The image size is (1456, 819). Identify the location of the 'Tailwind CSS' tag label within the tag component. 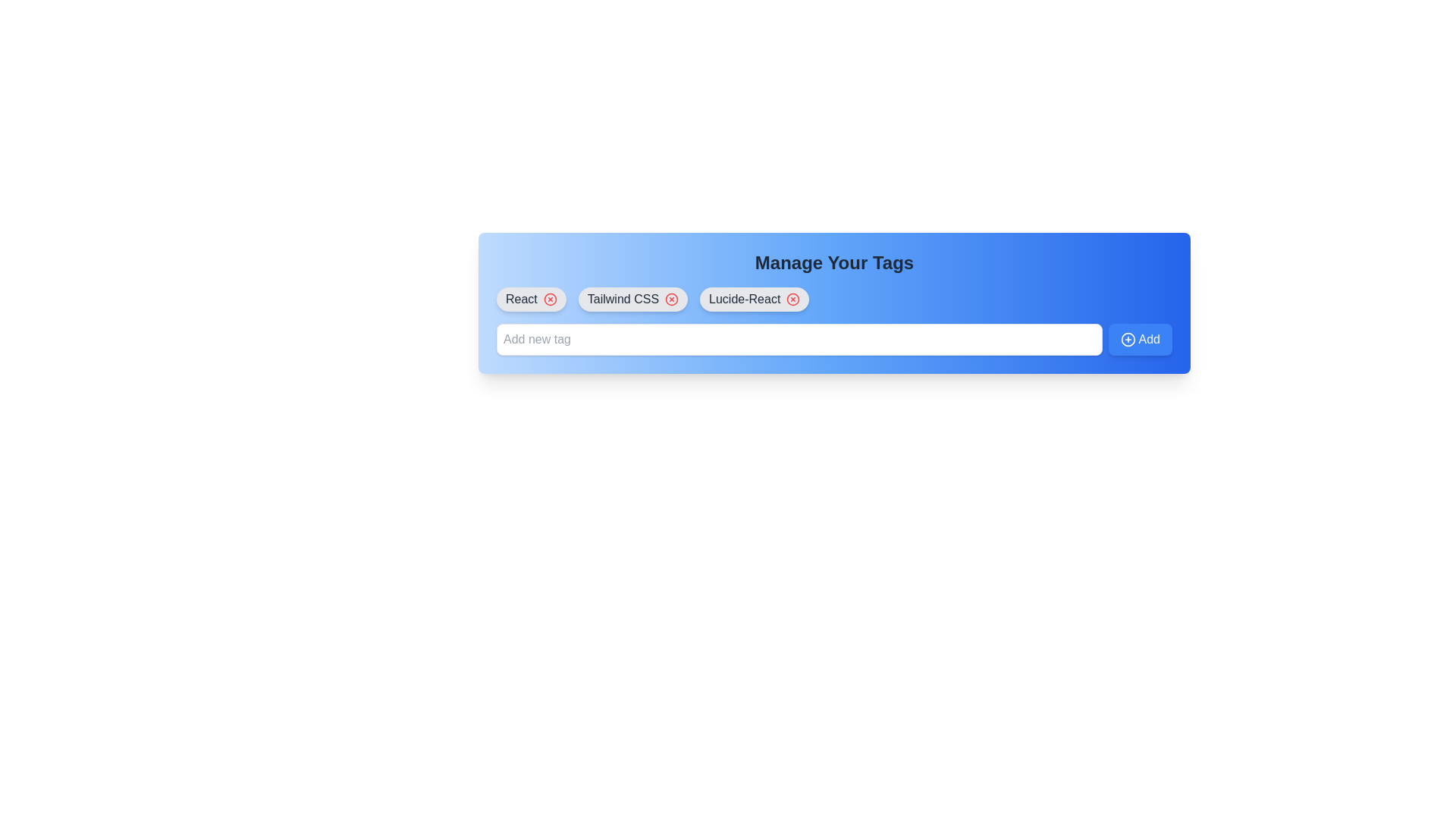
(623, 299).